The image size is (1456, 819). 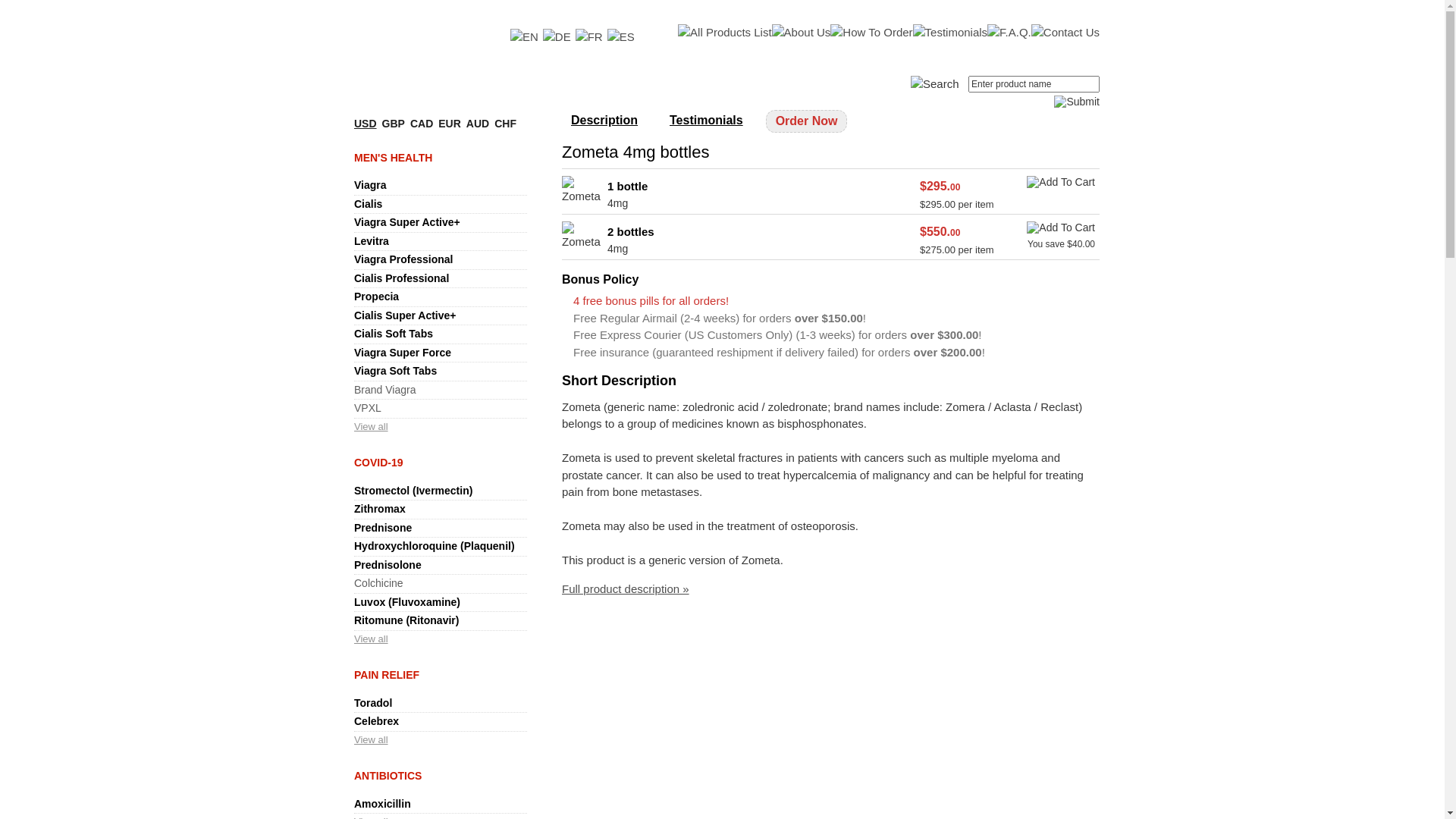 I want to click on 'MEN'S HEALTH', so click(x=393, y=158).